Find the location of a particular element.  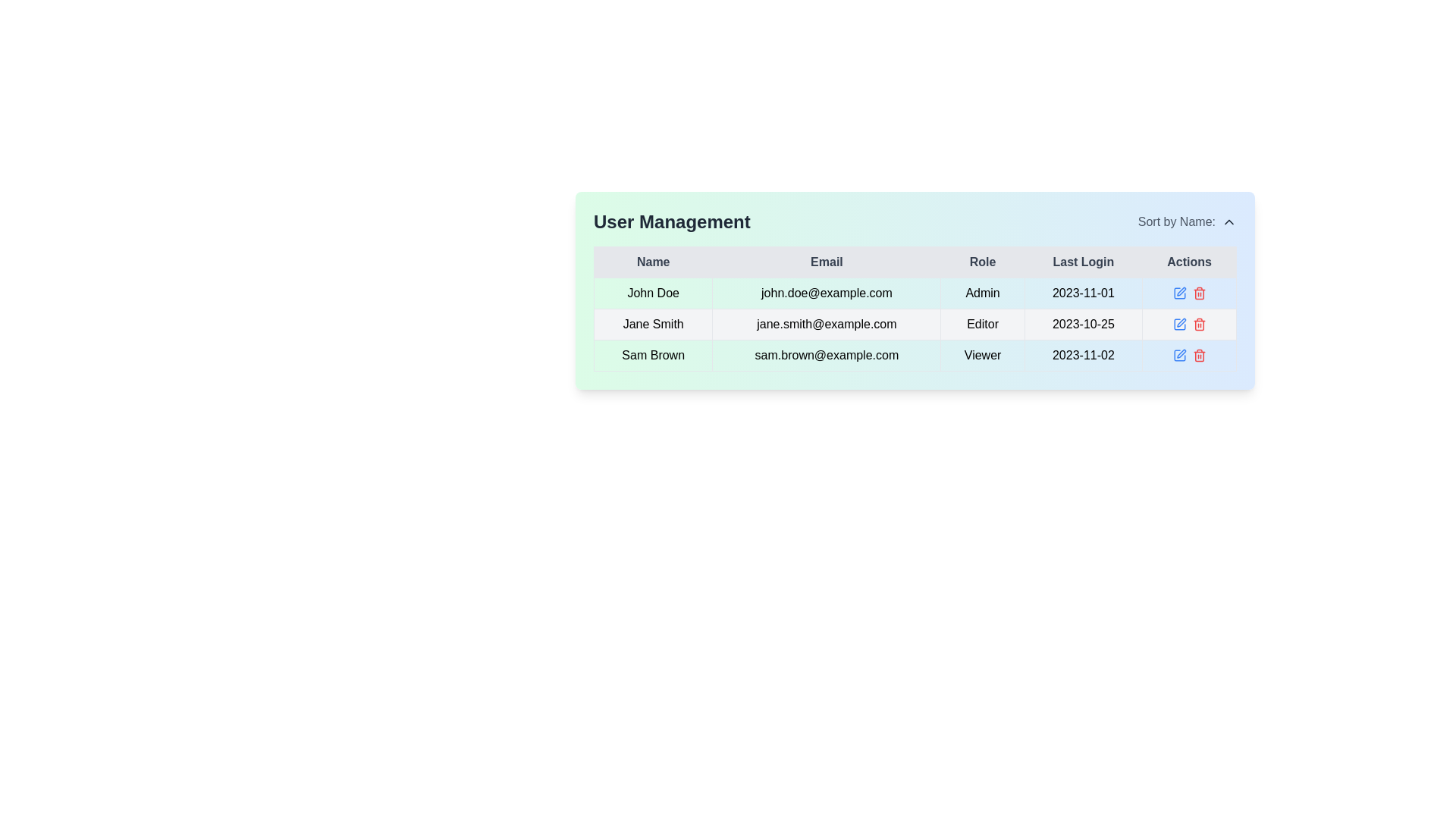

the text label indicating that the data is sorted by the 'Name' column in the user details table is located at coordinates (1175, 222).